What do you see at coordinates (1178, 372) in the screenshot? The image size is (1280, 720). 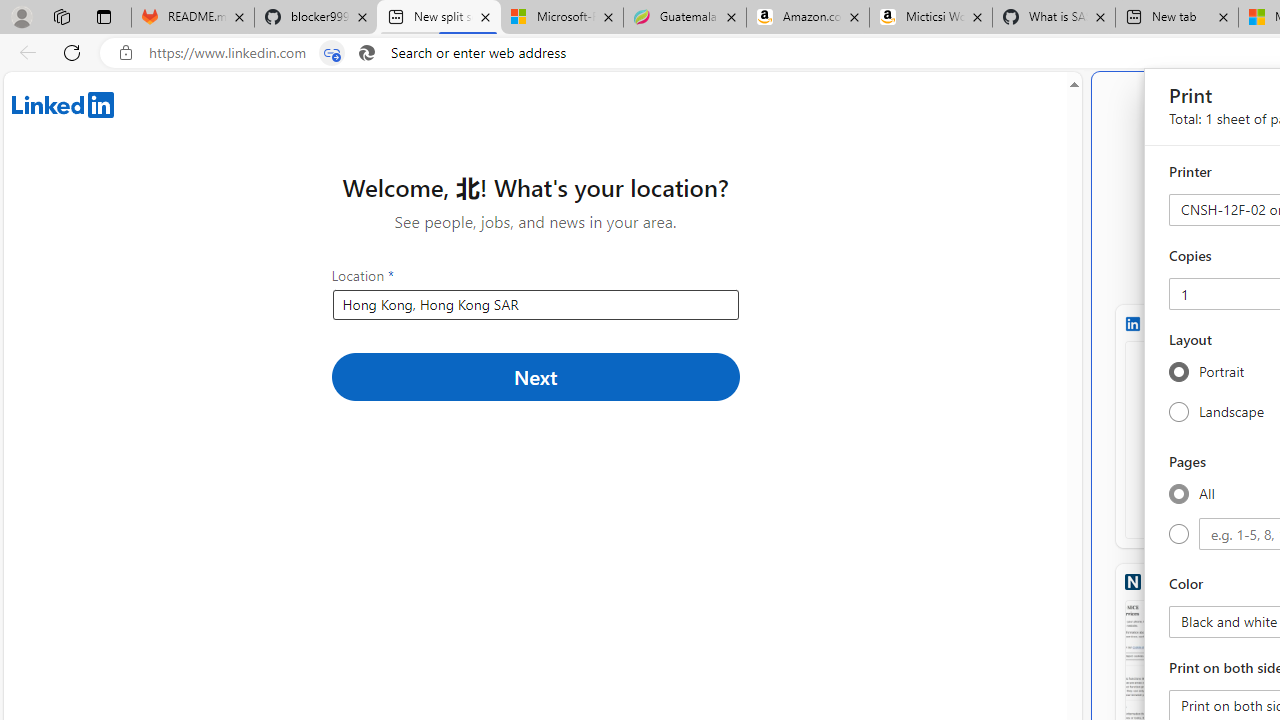 I see `'Portrait'` at bounding box center [1178, 372].